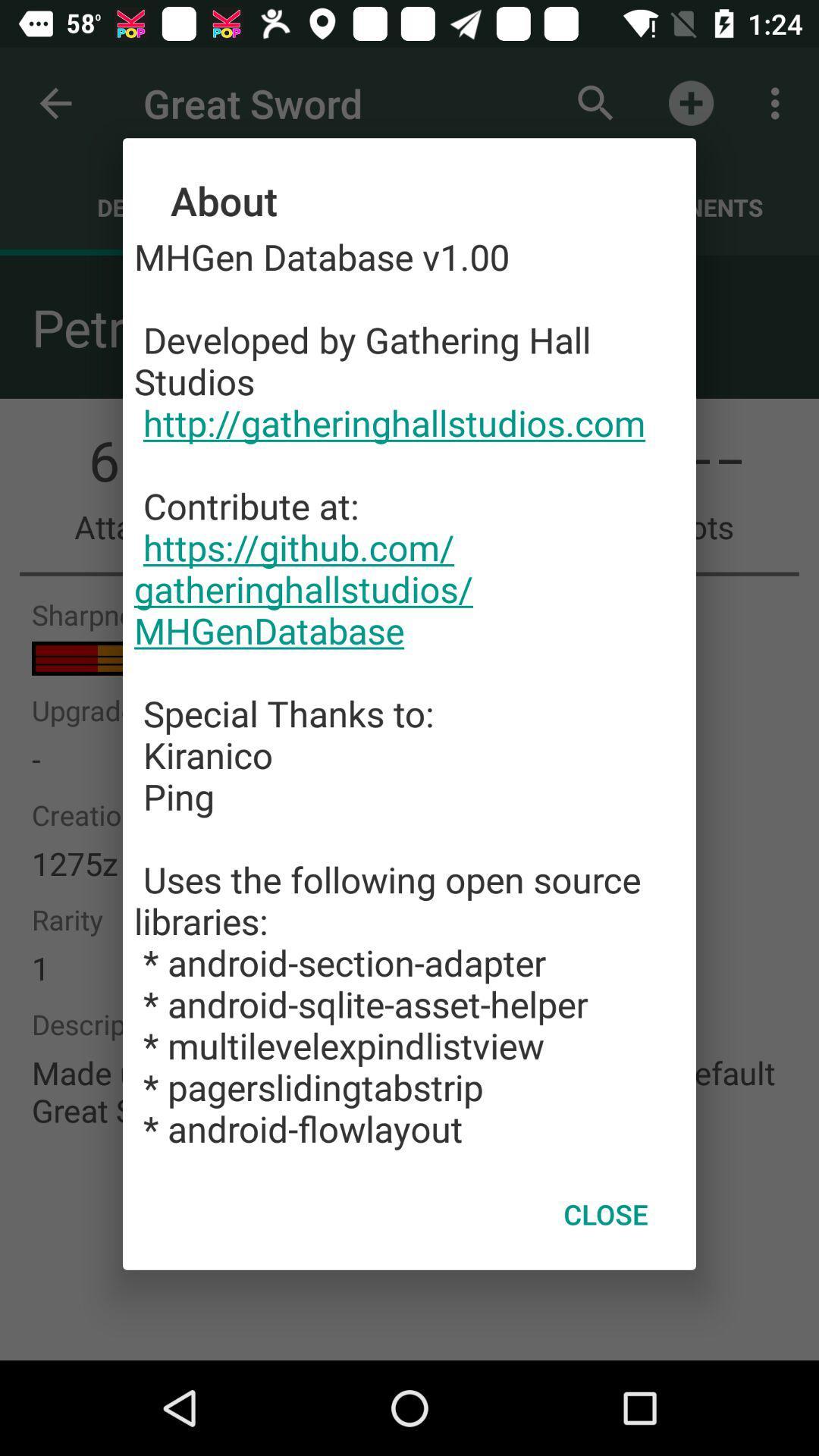 The height and width of the screenshot is (1456, 819). I want to click on icon below about icon, so click(409, 692).